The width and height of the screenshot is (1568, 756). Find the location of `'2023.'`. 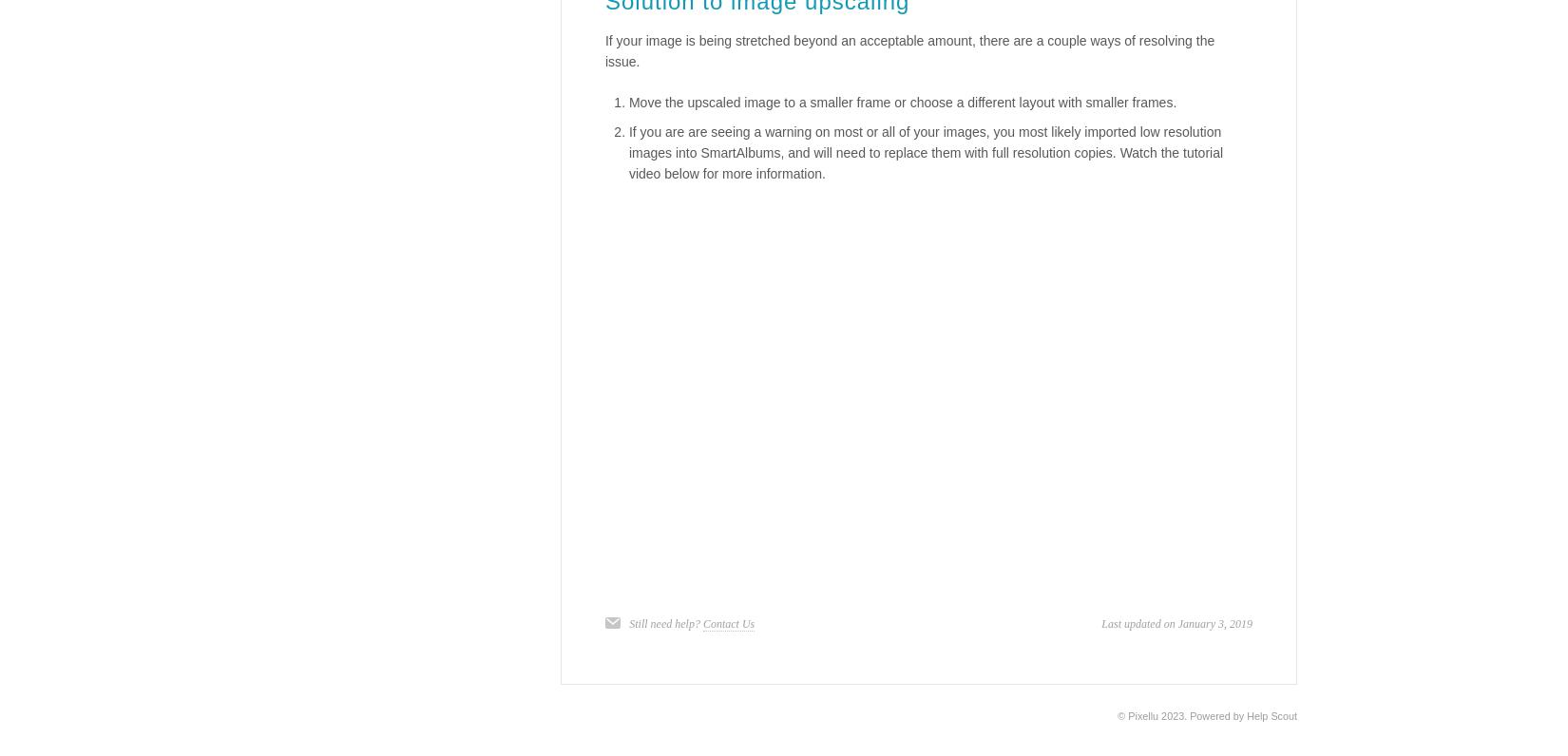

'2023.' is located at coordinates (1174, 714).